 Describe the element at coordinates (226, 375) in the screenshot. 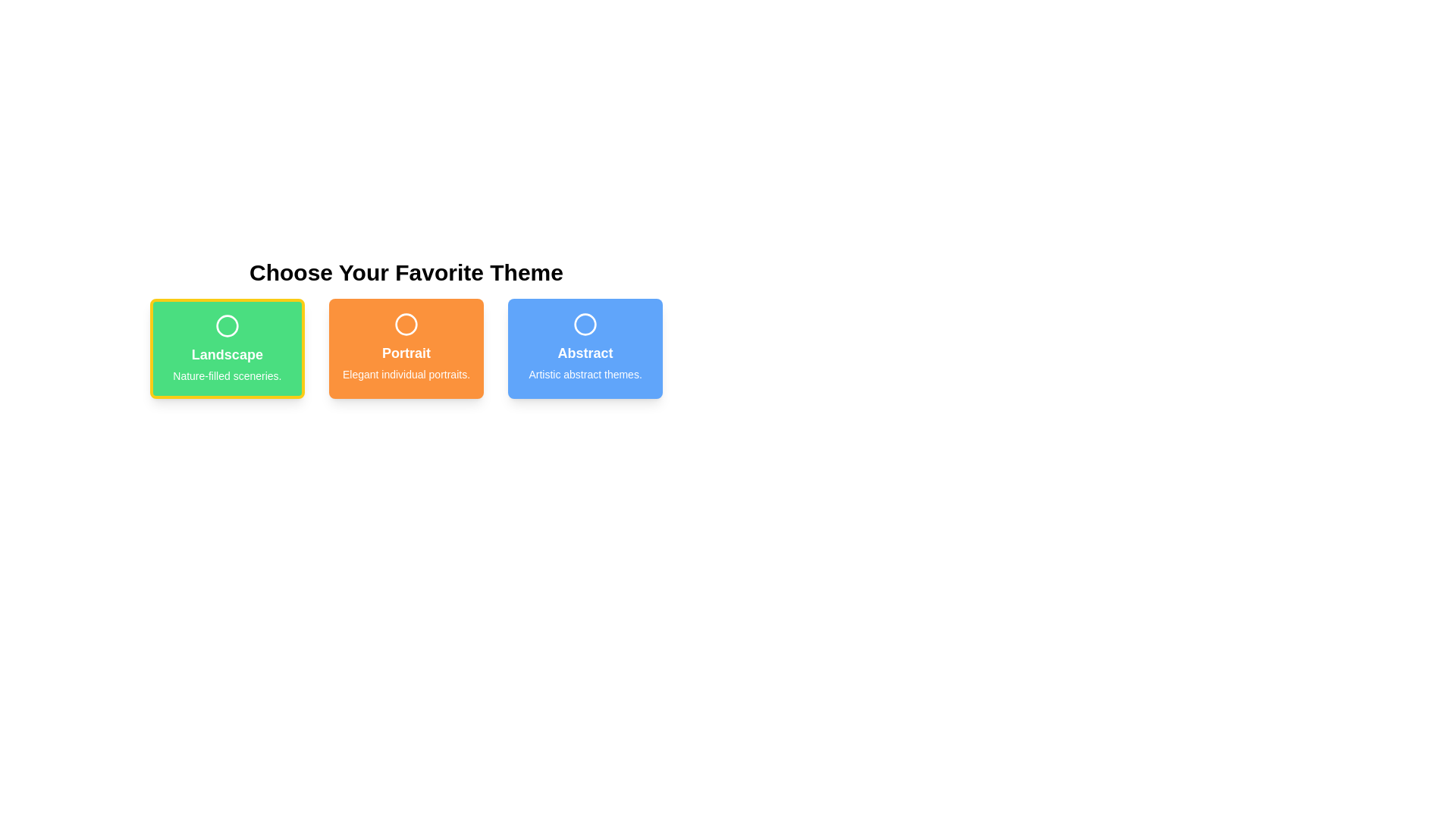

I see `text label displaying 'Nature-filled sceneries.' which is styled with white text on a green background, located below the 'Landscape' label in the bottom section of the green card` at that location.